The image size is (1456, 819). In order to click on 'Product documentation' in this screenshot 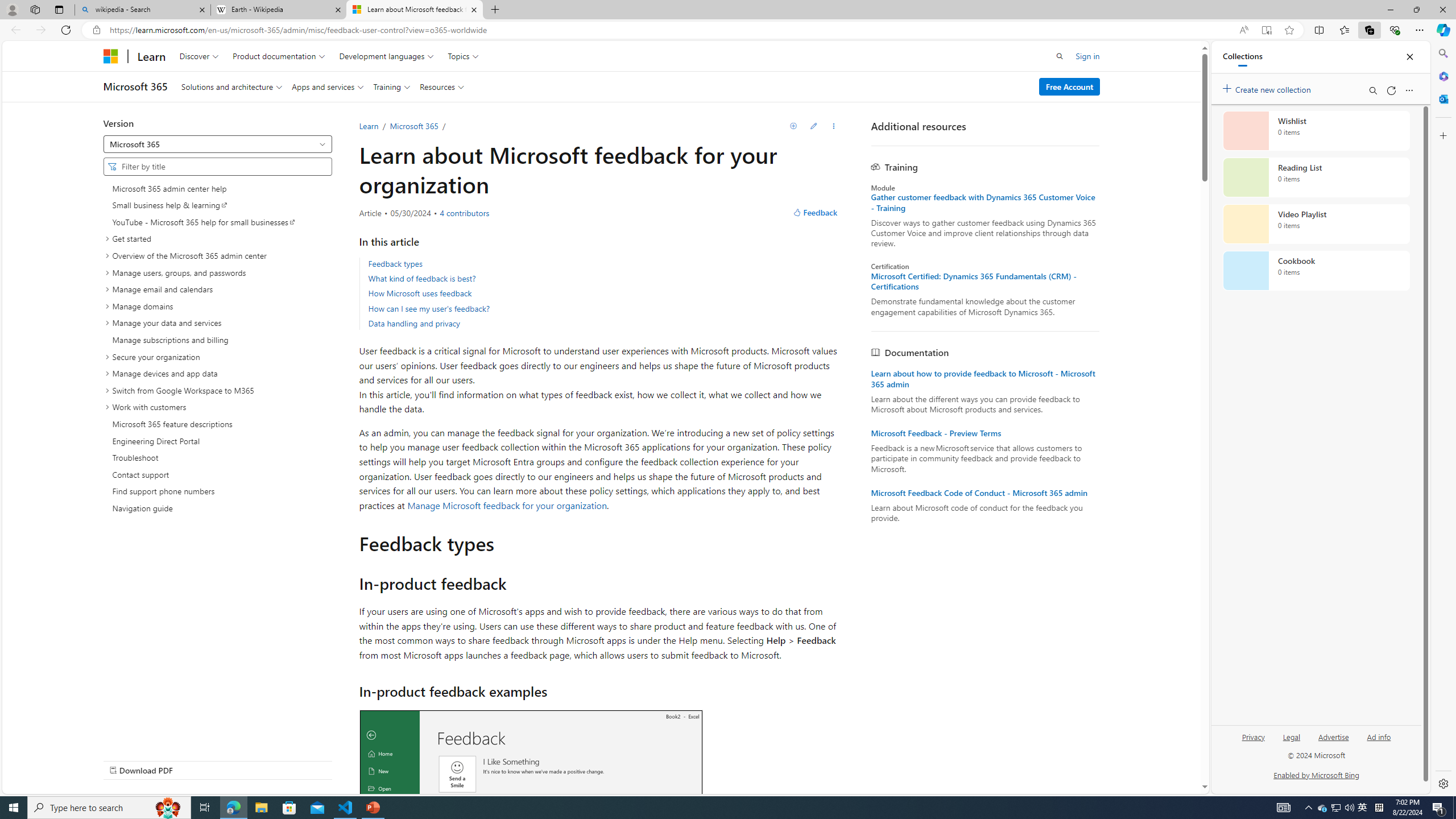, I will do `click(278, 55)`.